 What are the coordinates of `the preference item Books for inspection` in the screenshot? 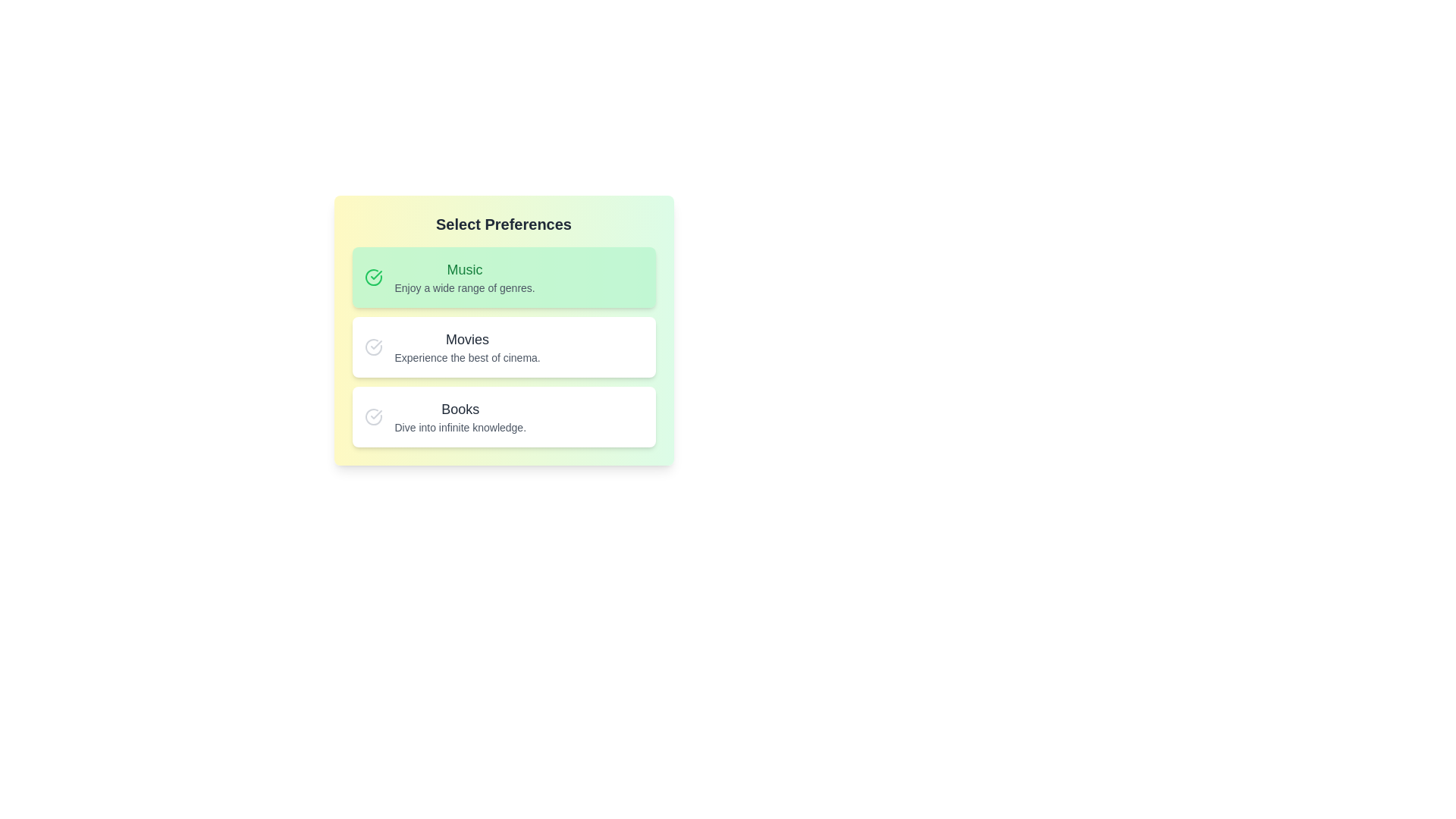 It's located at (504, 417).